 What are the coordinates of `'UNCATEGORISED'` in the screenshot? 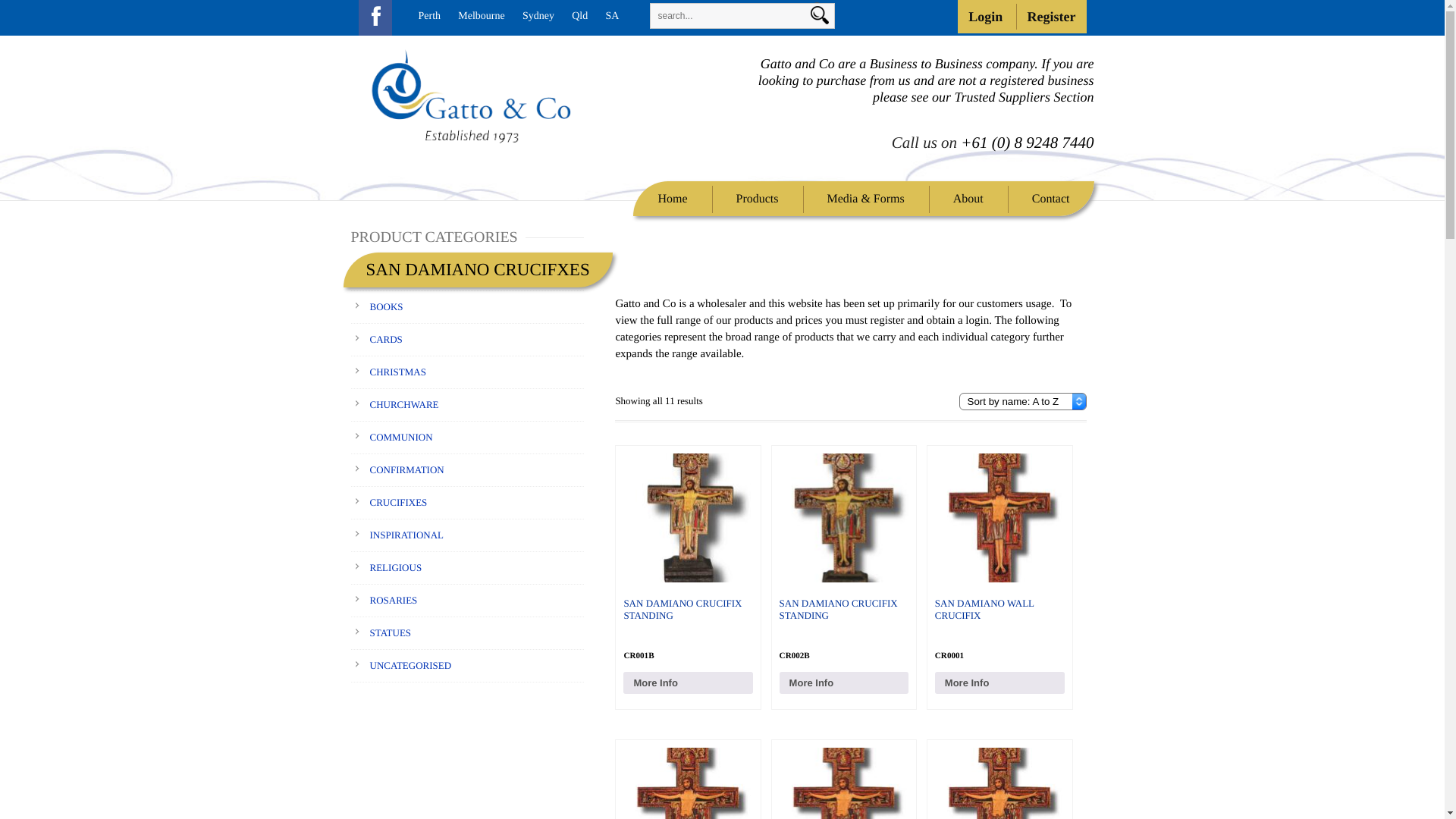 It's located at (411, 664).